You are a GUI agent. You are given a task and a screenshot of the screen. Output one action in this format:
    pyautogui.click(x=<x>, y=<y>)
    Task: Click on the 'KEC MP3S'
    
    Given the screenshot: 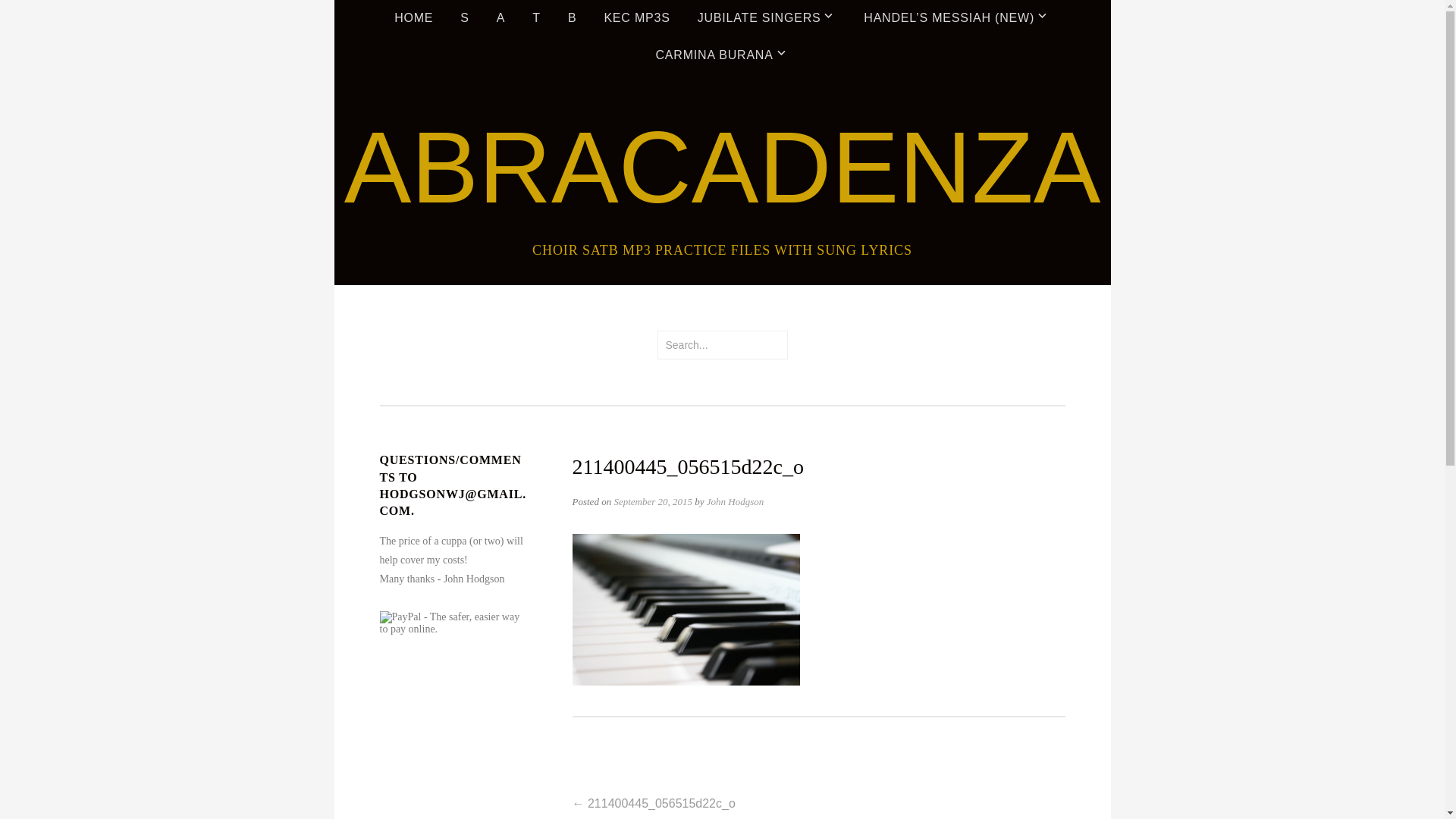 What is the action you would take?
    pyautogui.click(x=590, y=18)
    